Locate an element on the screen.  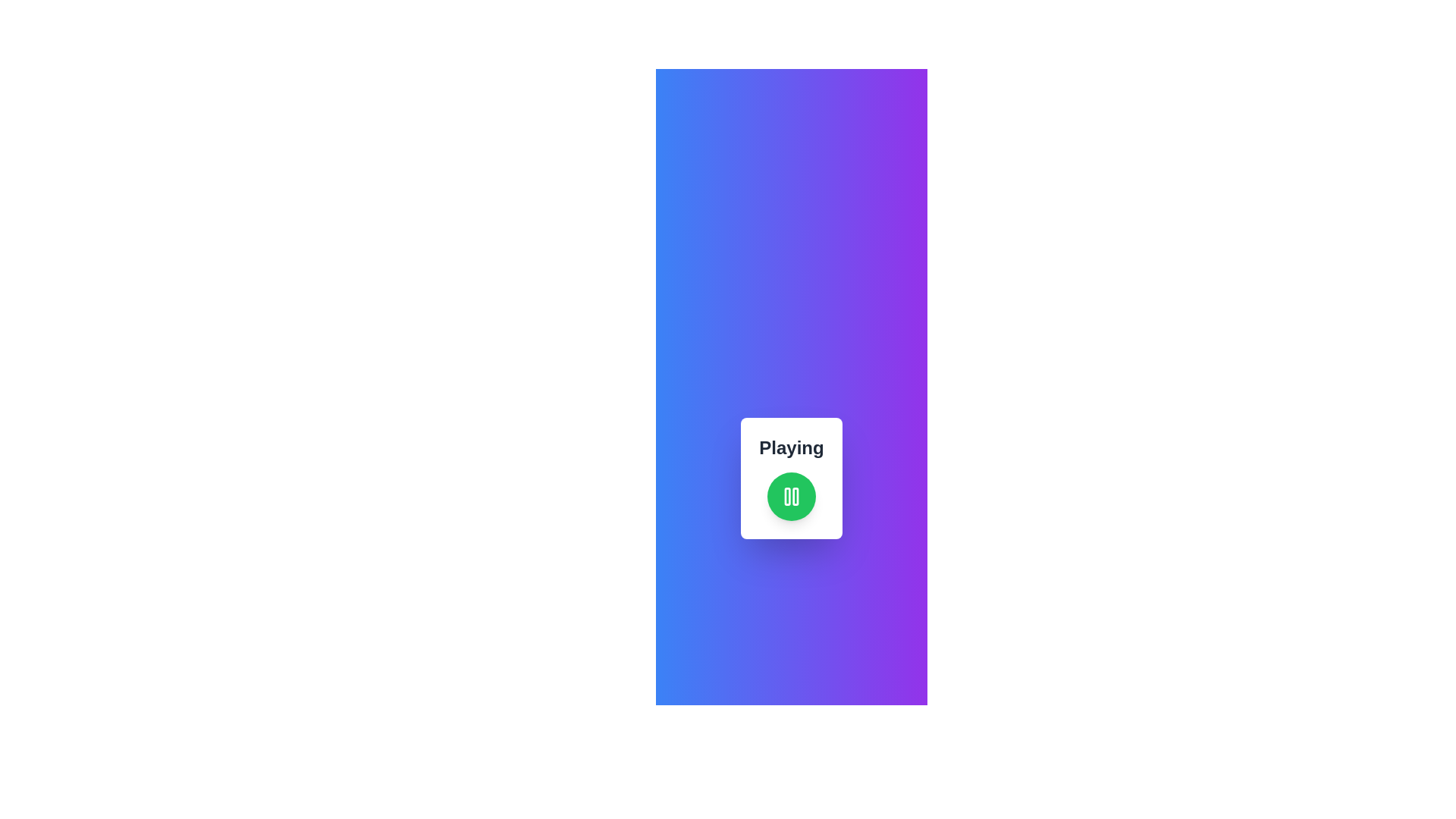
the left vertical bar of the 'pause' icon, which is part of the pause button functionality is located at coordinates (786, 497).